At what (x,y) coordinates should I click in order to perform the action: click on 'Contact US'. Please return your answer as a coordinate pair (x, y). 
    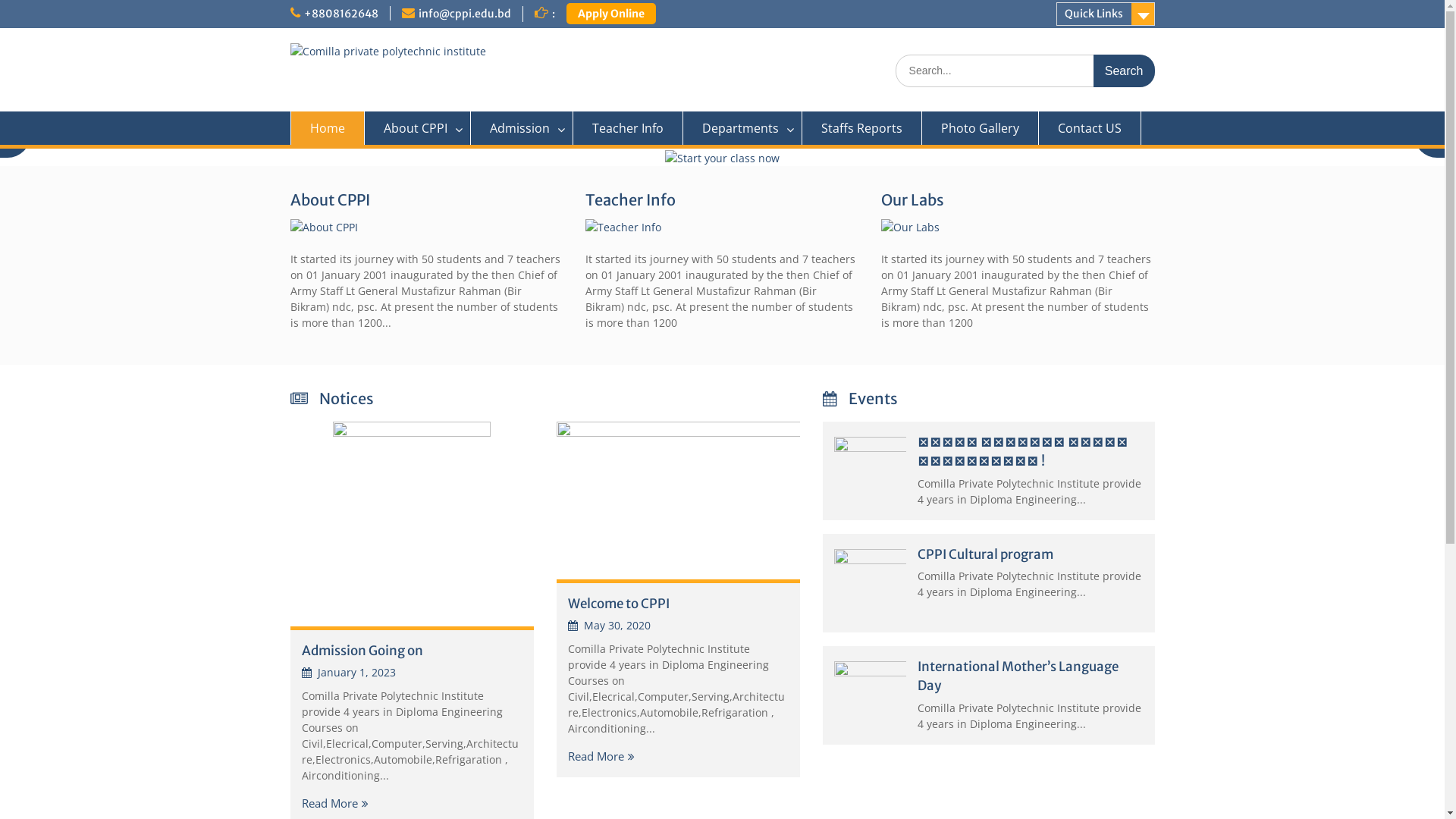
    Looking at the image, I should click on (1089, 127).